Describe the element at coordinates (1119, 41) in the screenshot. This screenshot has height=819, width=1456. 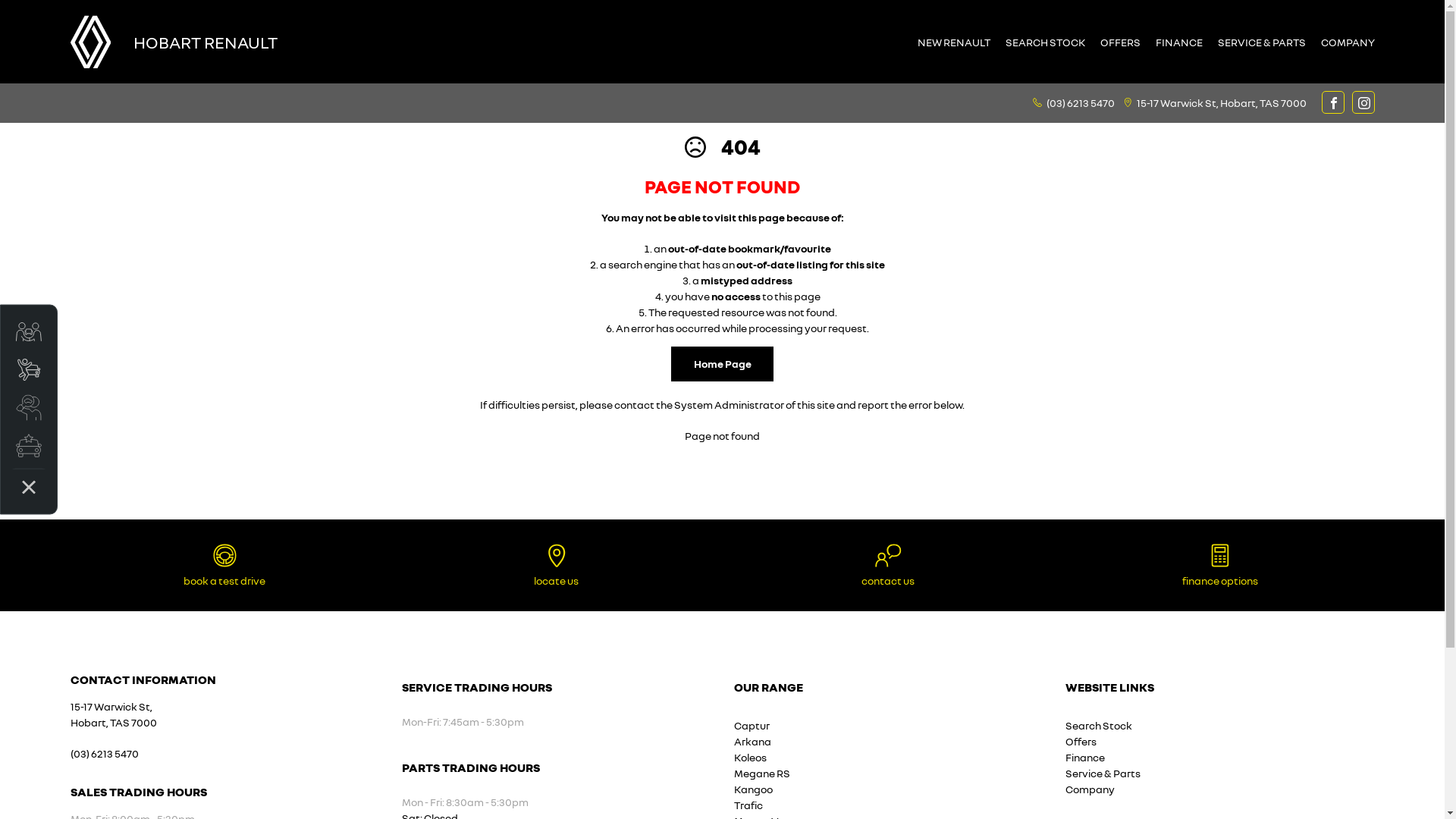
I see `'OFFERS'` at that location.